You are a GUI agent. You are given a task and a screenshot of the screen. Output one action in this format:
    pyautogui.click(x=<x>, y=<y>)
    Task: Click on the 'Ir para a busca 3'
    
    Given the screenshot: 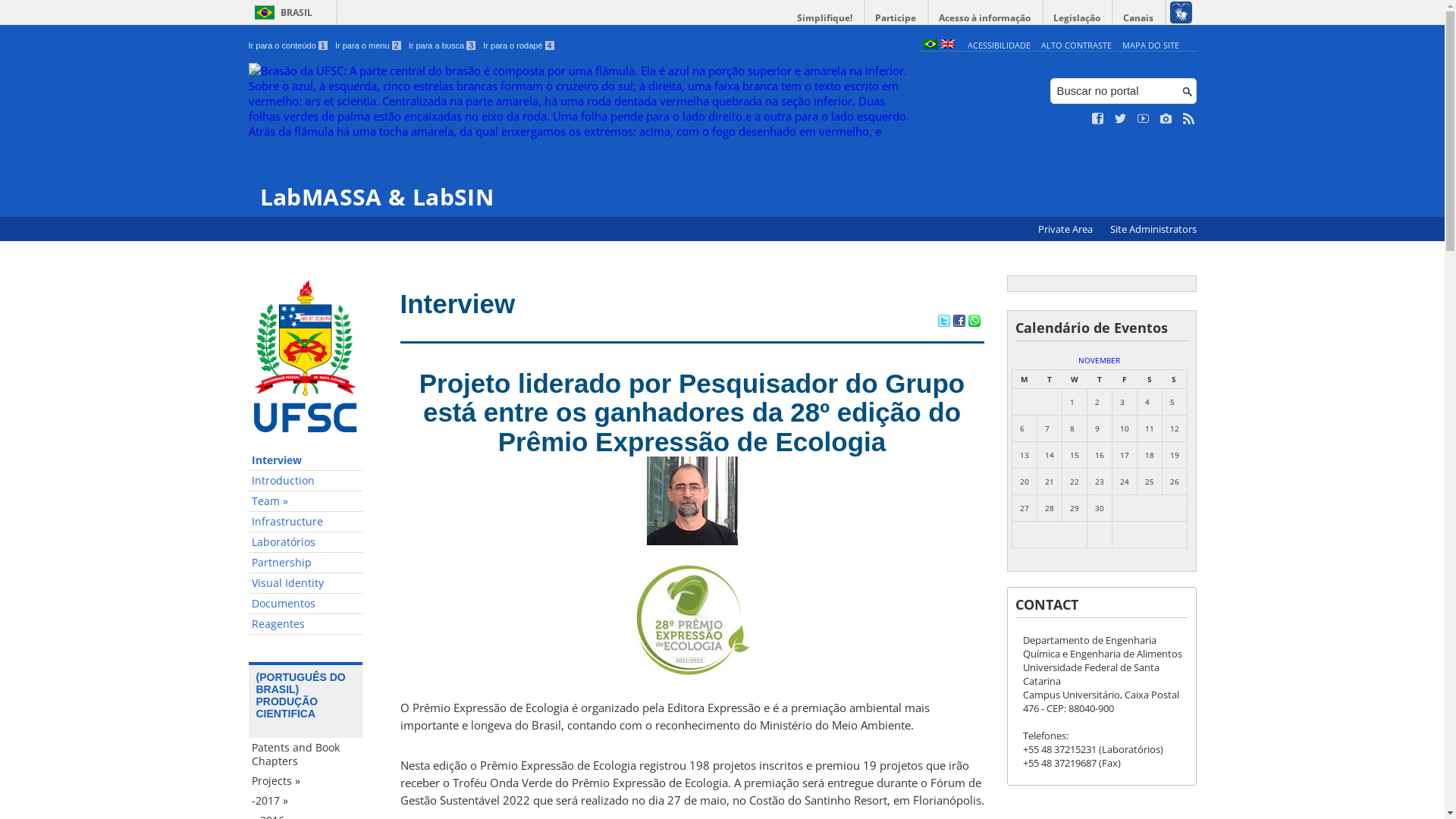 What is the action you would take?
    pyautogui.click(x=441, y=45)
    